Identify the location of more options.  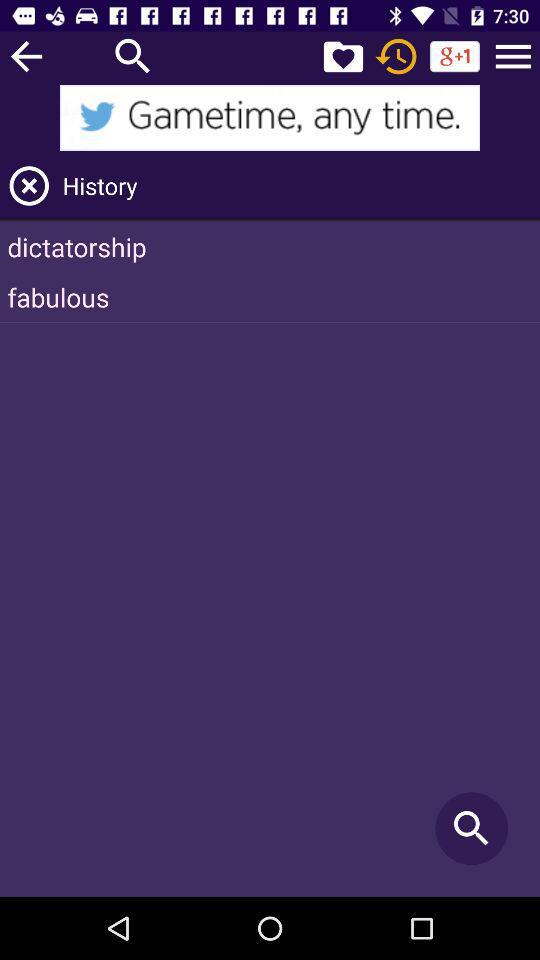
(513, 55).